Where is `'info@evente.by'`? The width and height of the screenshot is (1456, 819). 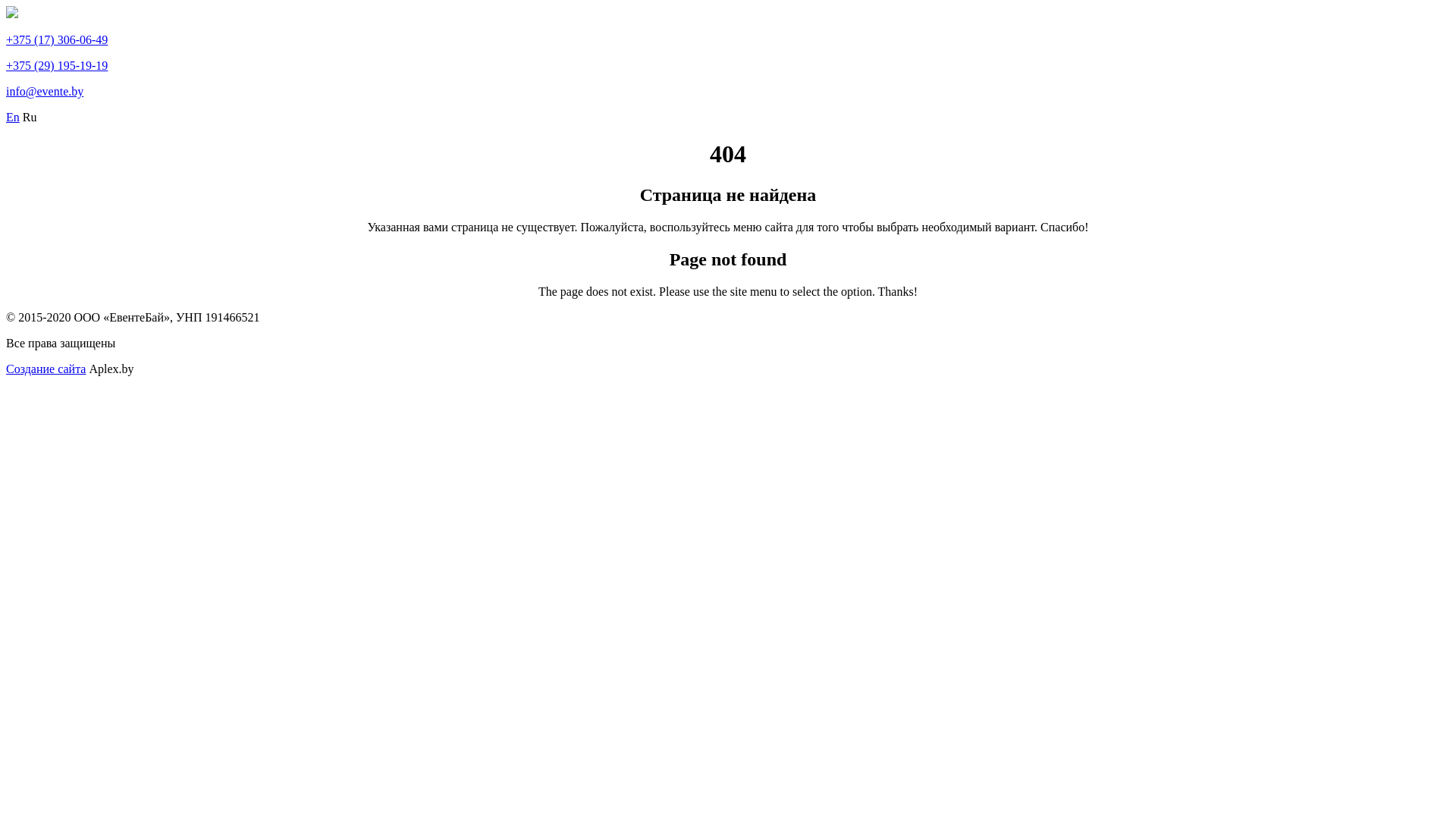
'info@evente.by' is located at coordinates (44, 91).